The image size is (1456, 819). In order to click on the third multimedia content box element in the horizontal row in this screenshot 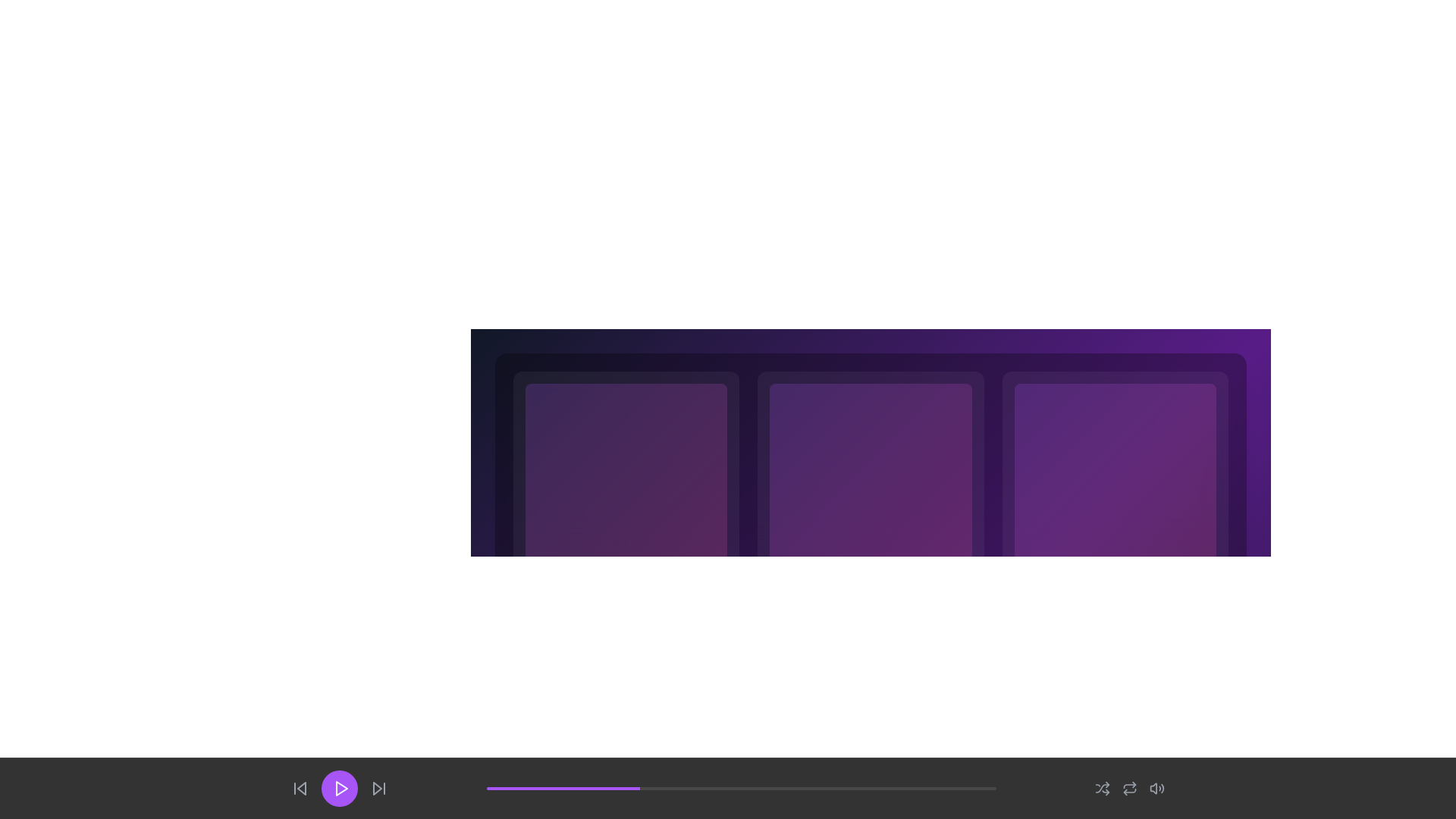, I will do `click(1115, 485)`.